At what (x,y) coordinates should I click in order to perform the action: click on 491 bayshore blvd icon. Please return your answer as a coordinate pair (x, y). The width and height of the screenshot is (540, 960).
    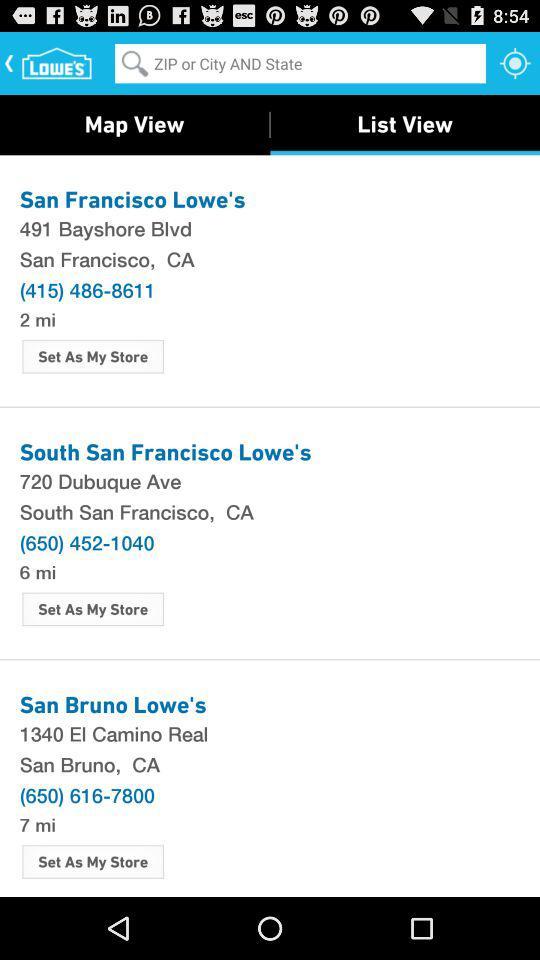
    Looking at the image, I should click on (270, 228).